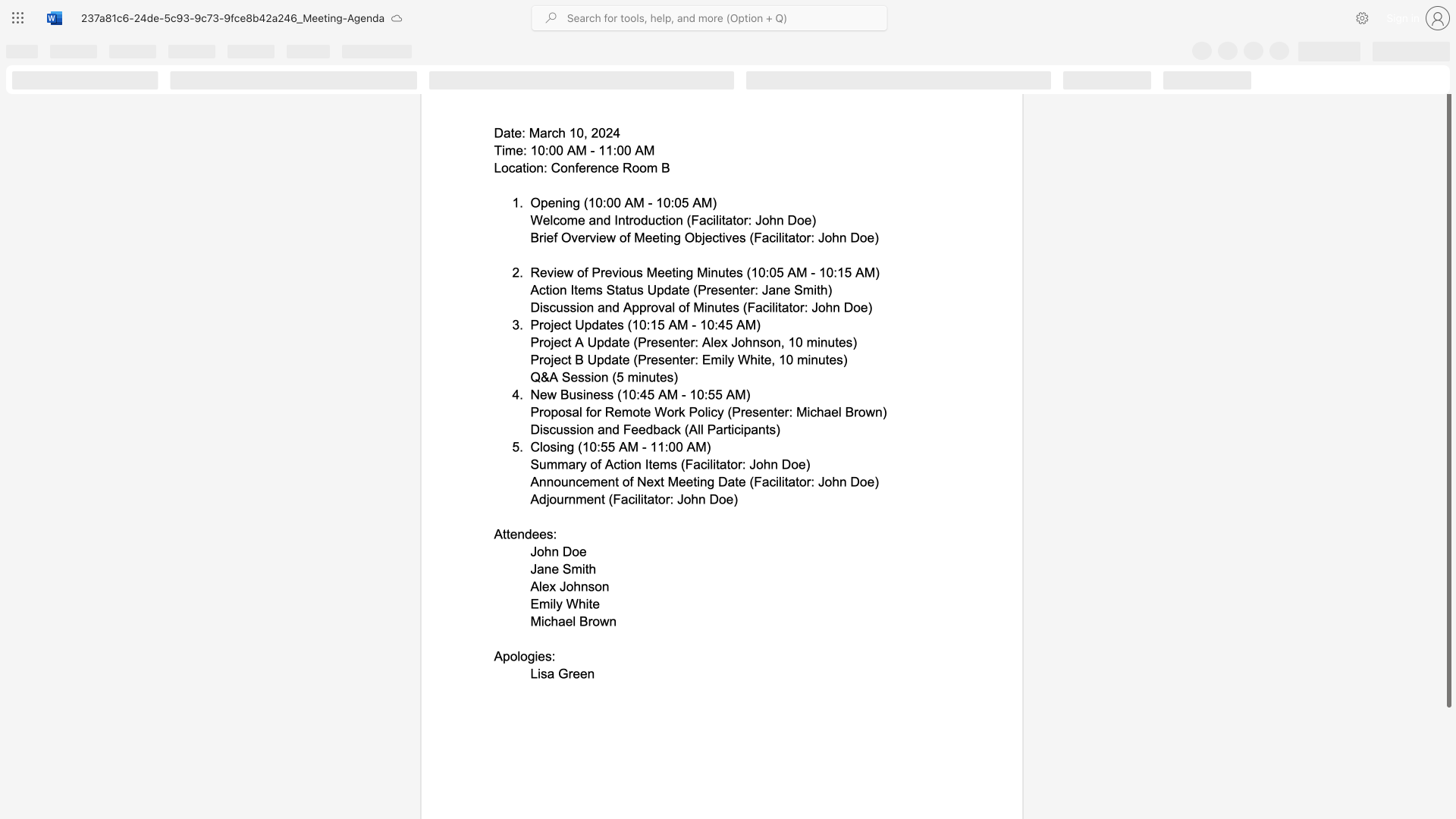 This screenshot has width=1456, height=819. Describe the element at coordinates (572, 132) in the screenshot. I see `the 1th character "1" in the text` at that location.